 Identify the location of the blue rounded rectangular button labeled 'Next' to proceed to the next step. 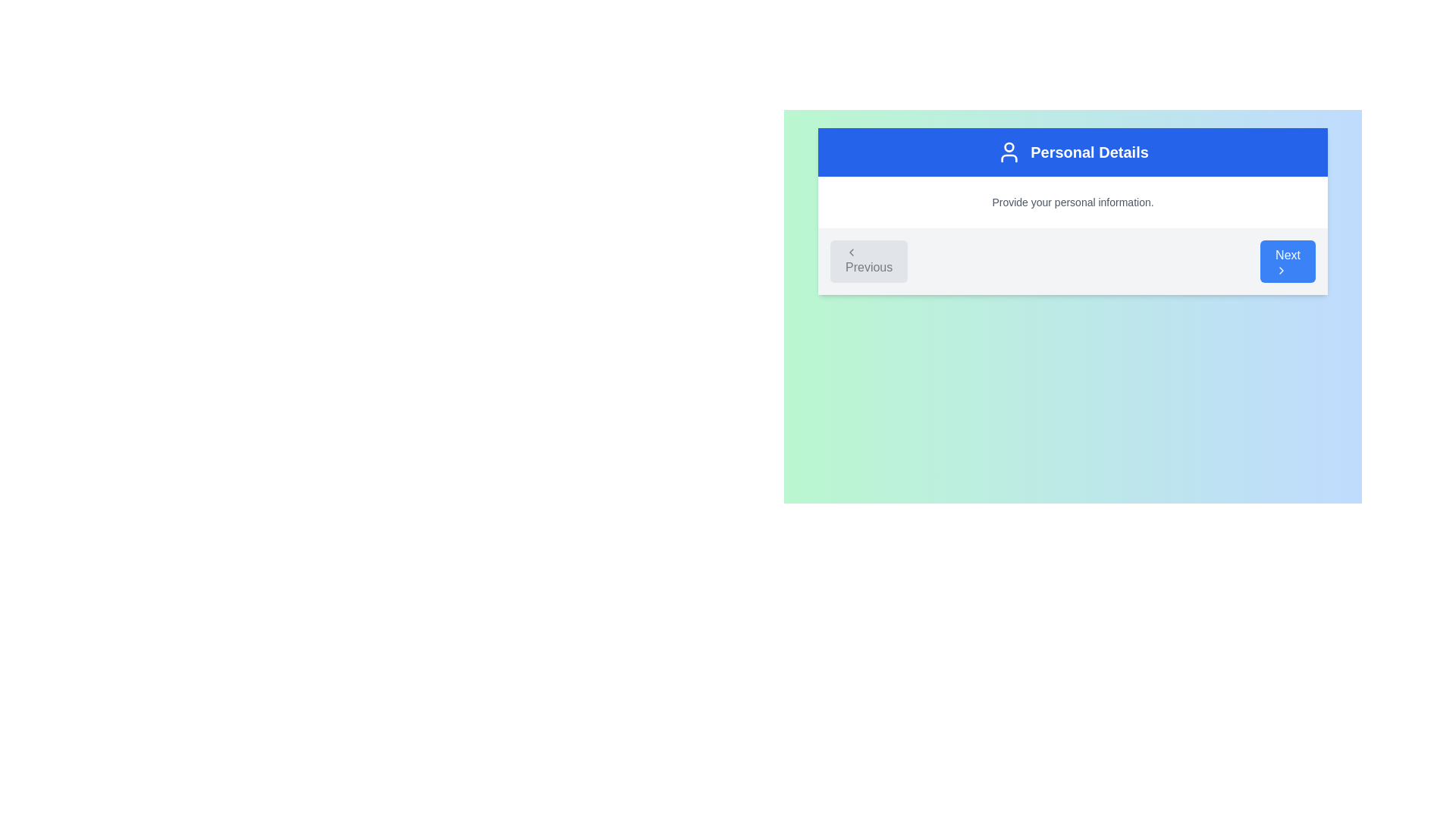
(1287, 260).